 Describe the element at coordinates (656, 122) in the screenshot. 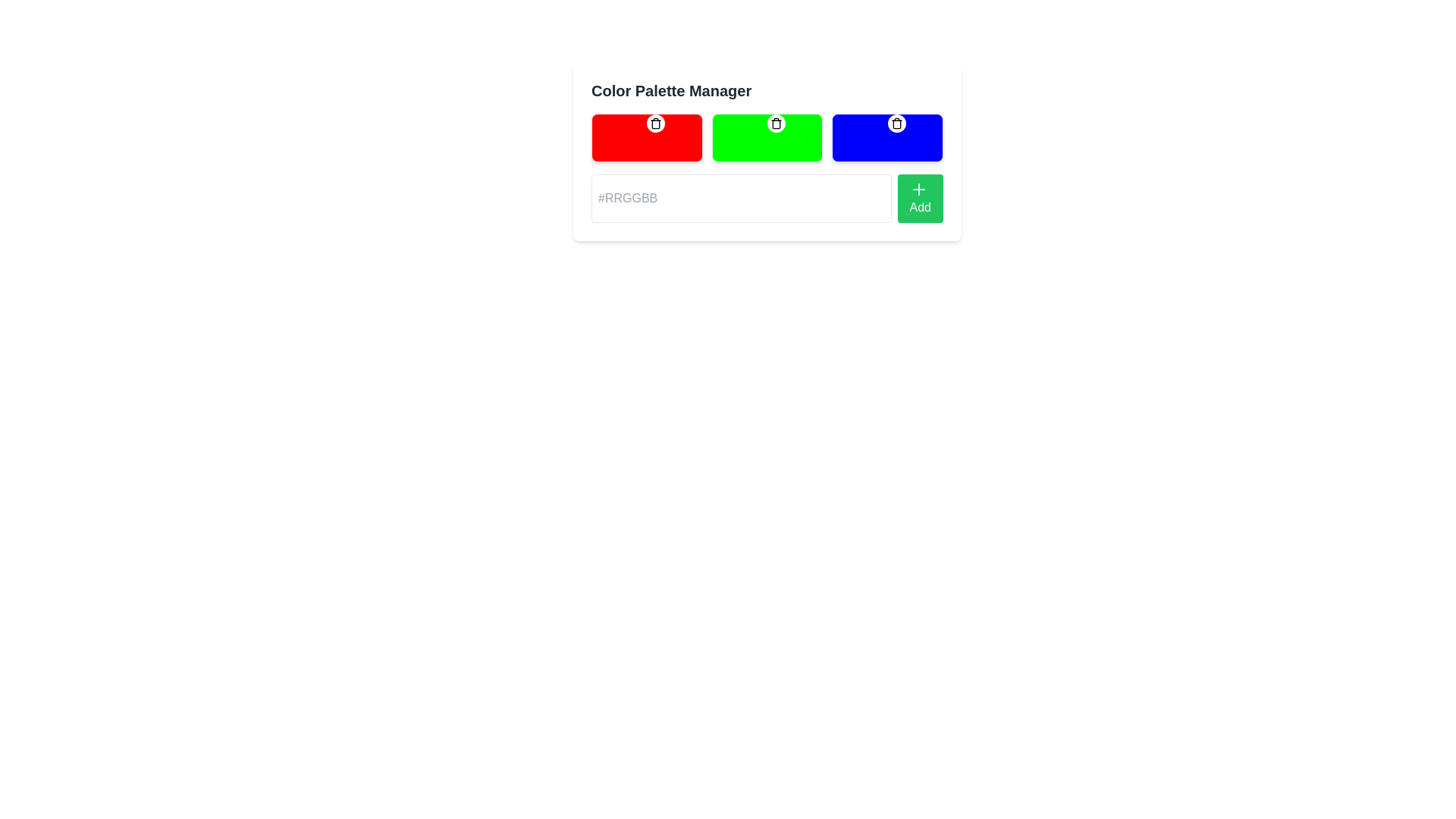

I see `the small circular button with a trash can icon located at the top right corner of the red rectangular section` at that location.